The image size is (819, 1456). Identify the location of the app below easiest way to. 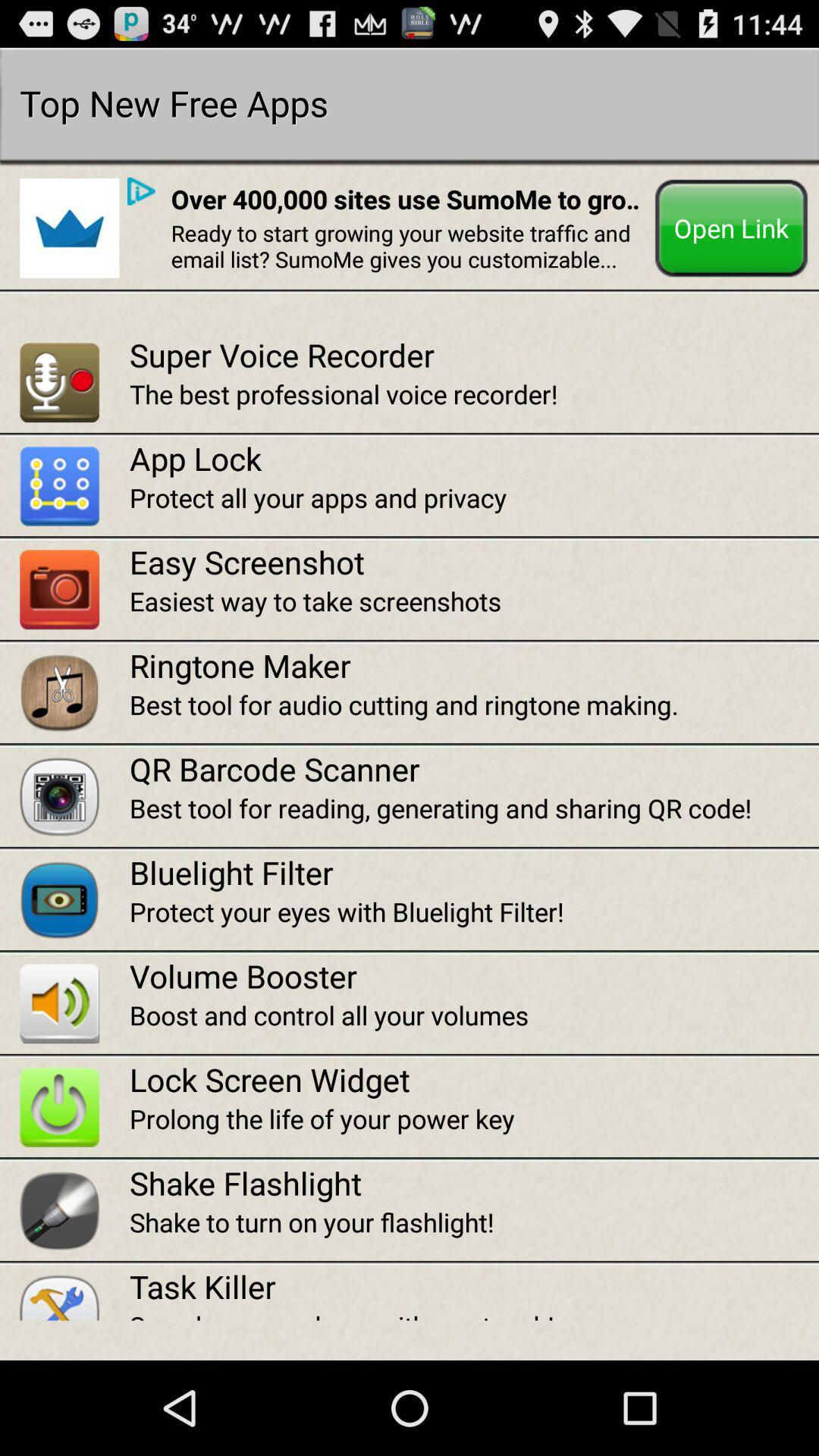
(473, 665).